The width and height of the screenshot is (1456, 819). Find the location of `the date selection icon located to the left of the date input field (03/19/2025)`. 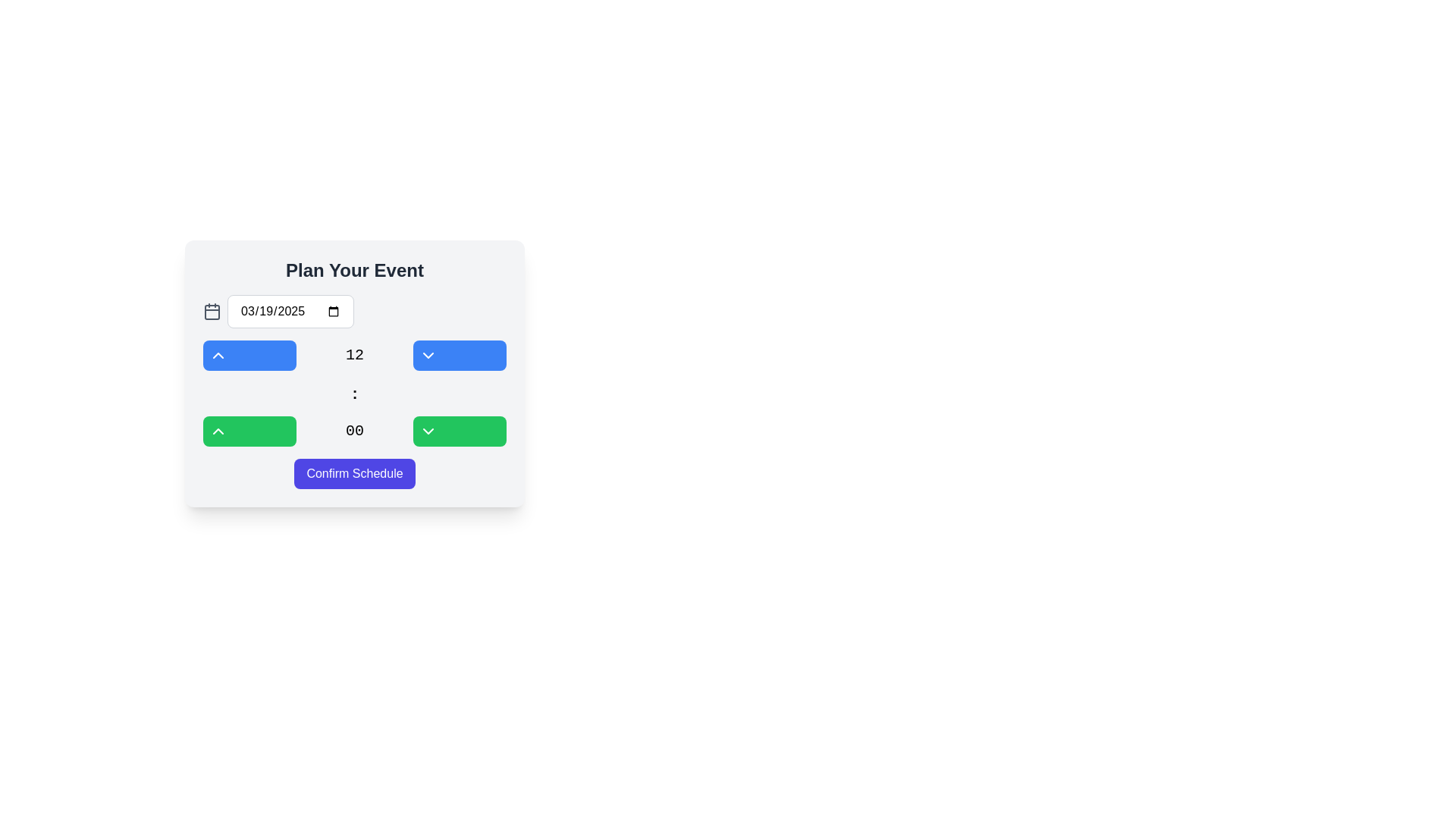

the date selection icon located to the left of the date input field (03/19/2025) is located at coordinates (211, 311).